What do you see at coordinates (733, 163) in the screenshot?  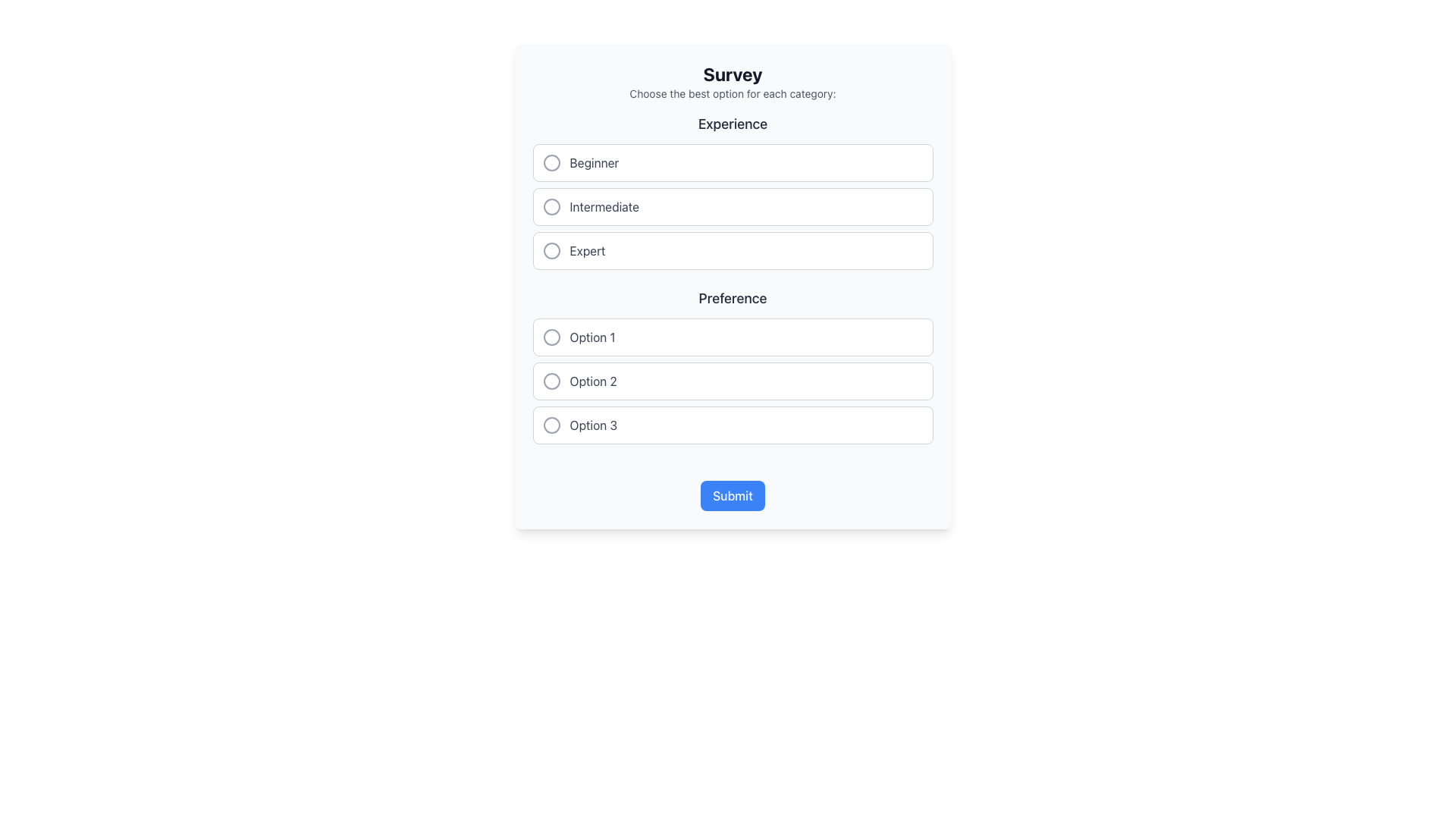 I see `the 'Beginner' experience level option in the vertical list under the 'Experience' category` at bounding box center [733, 163].